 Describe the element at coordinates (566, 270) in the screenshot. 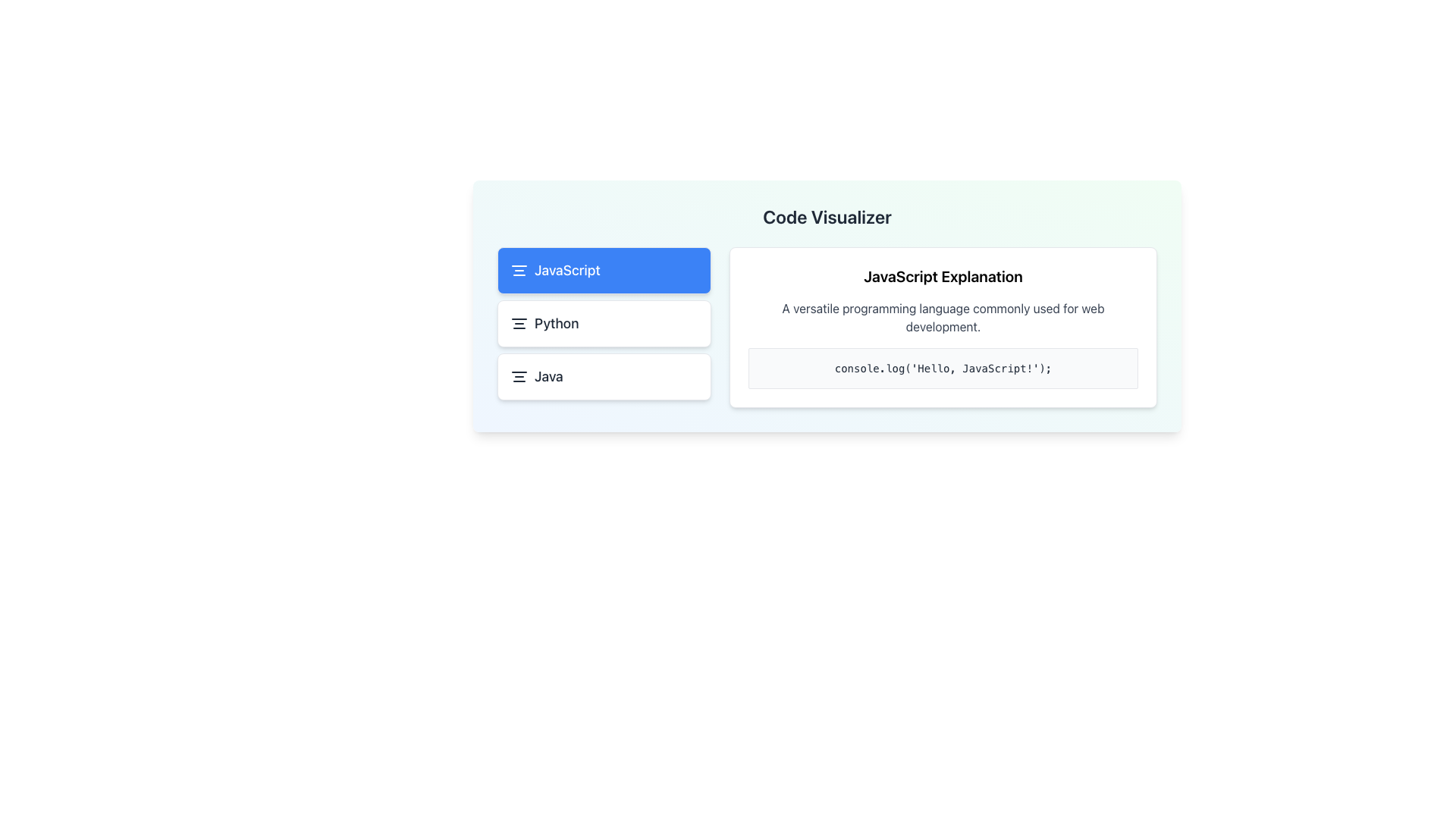

I see `text from the label indicating the selected programming language, which is positioned above the 'Python' option in the left panel` at that location.